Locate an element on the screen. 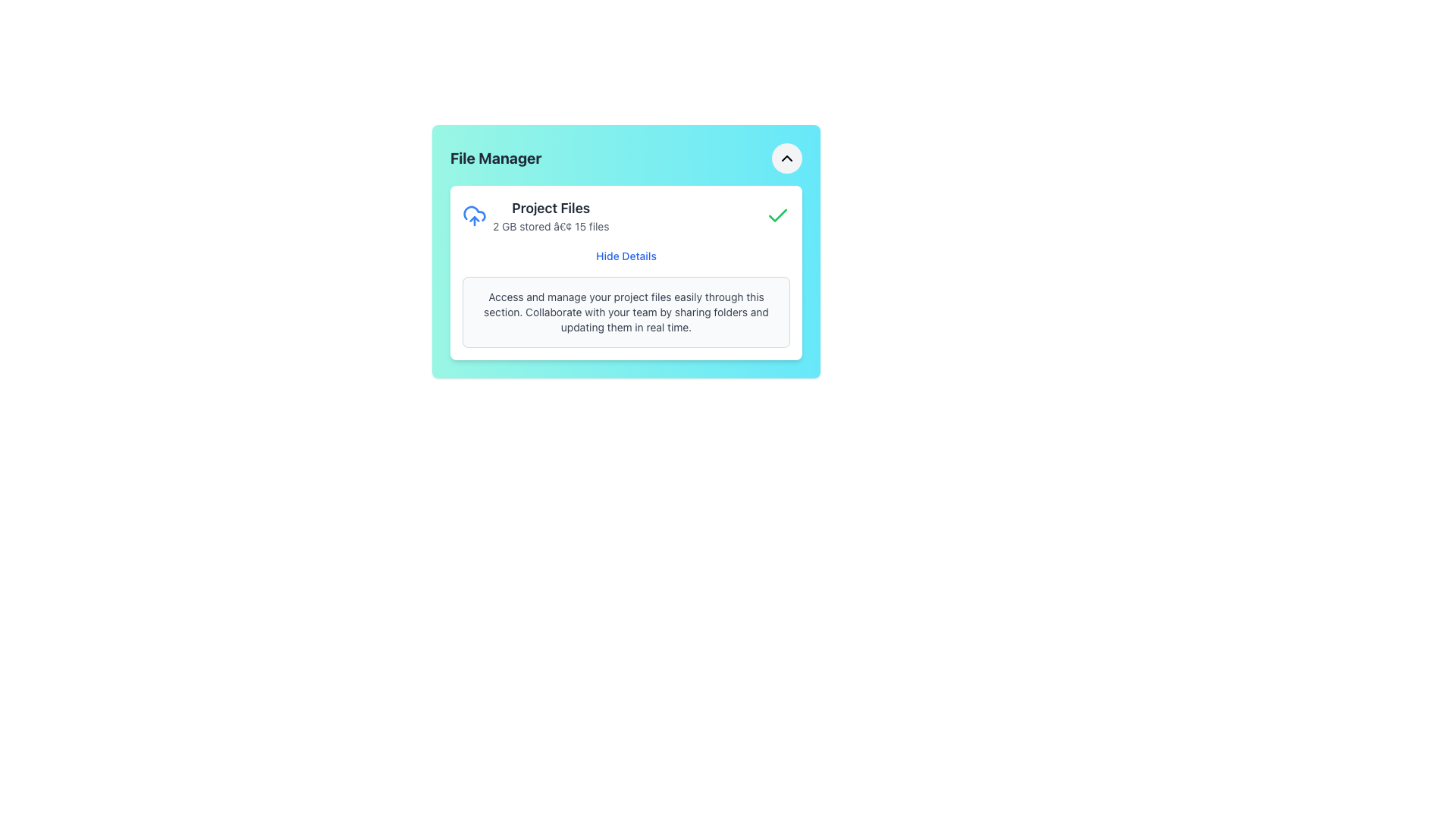  the Informational Text Block located below the 'Hide Details' link within the 'Project Files' section, which provides details about accessing and managing project files is located at coordinates (626, 312).